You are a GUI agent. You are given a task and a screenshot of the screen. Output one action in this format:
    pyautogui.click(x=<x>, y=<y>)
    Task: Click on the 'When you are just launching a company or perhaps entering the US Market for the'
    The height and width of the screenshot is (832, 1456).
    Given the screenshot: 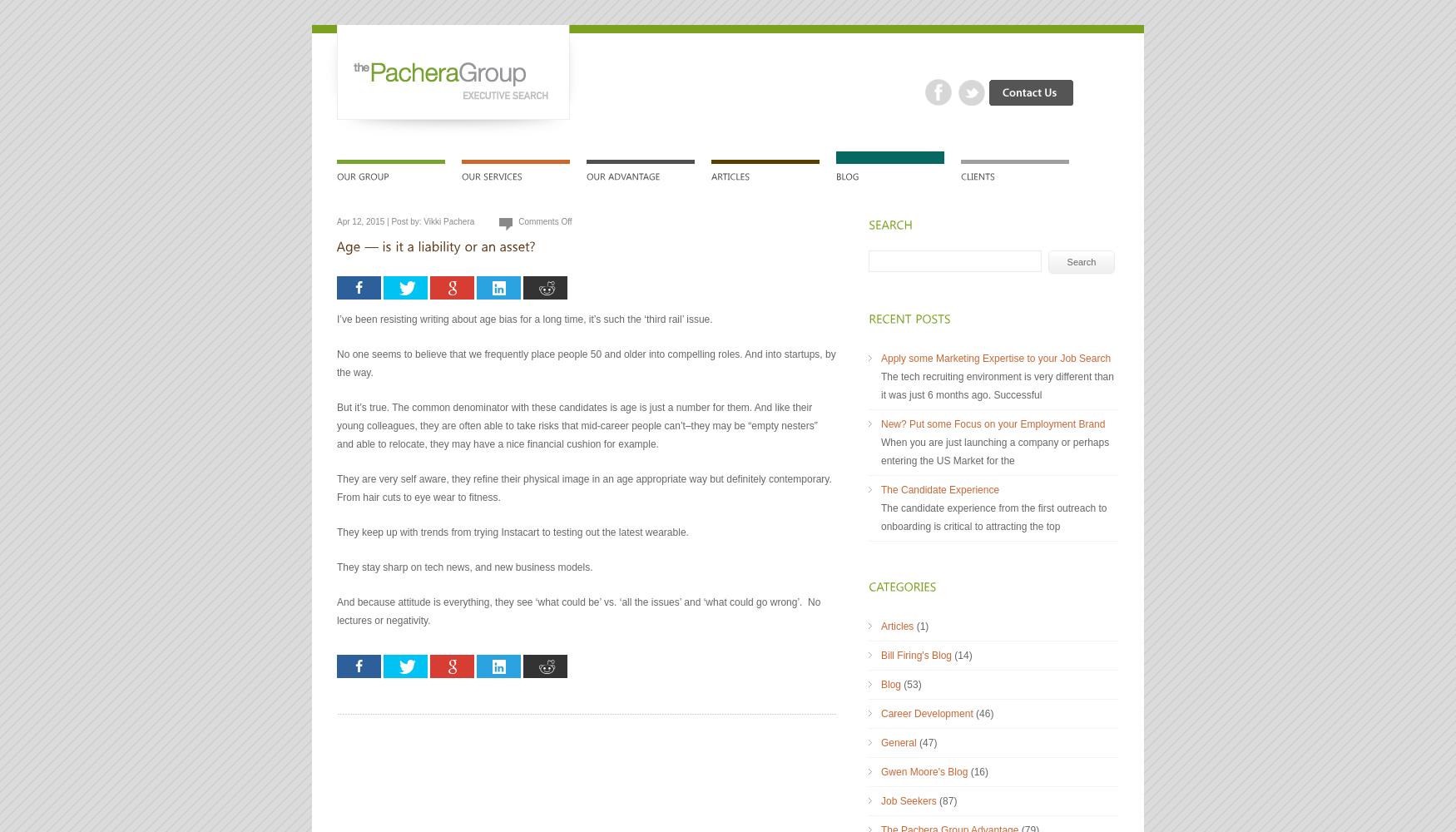 What is the action you would take?
    pyautogui.click(x=994, y=452)
    